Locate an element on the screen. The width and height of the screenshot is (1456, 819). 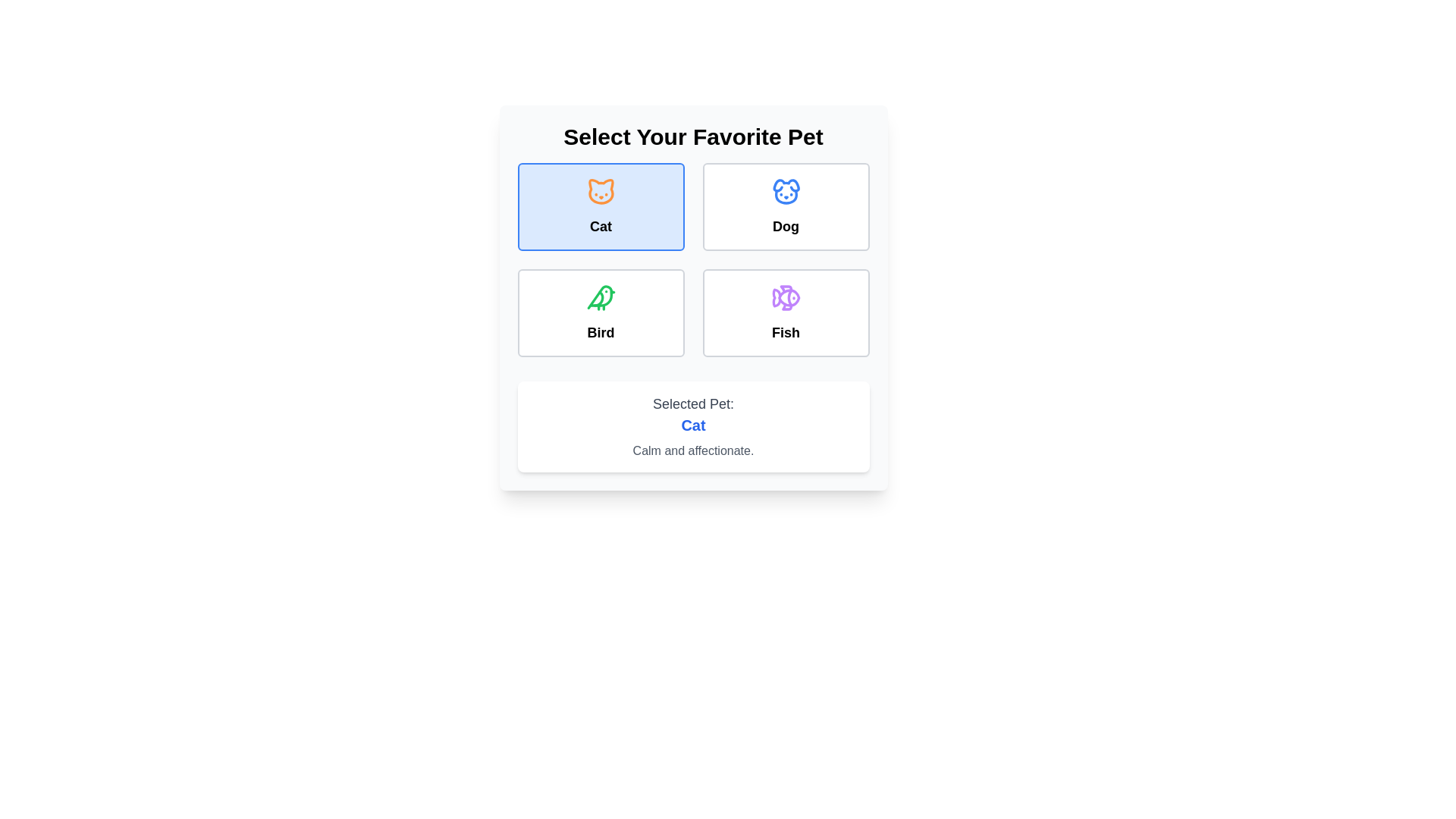
the 'Cat' icon in the pet selection interface, located in the top-left box of the grid layout above the label 'Cat' is located at coordinates (600, 191).